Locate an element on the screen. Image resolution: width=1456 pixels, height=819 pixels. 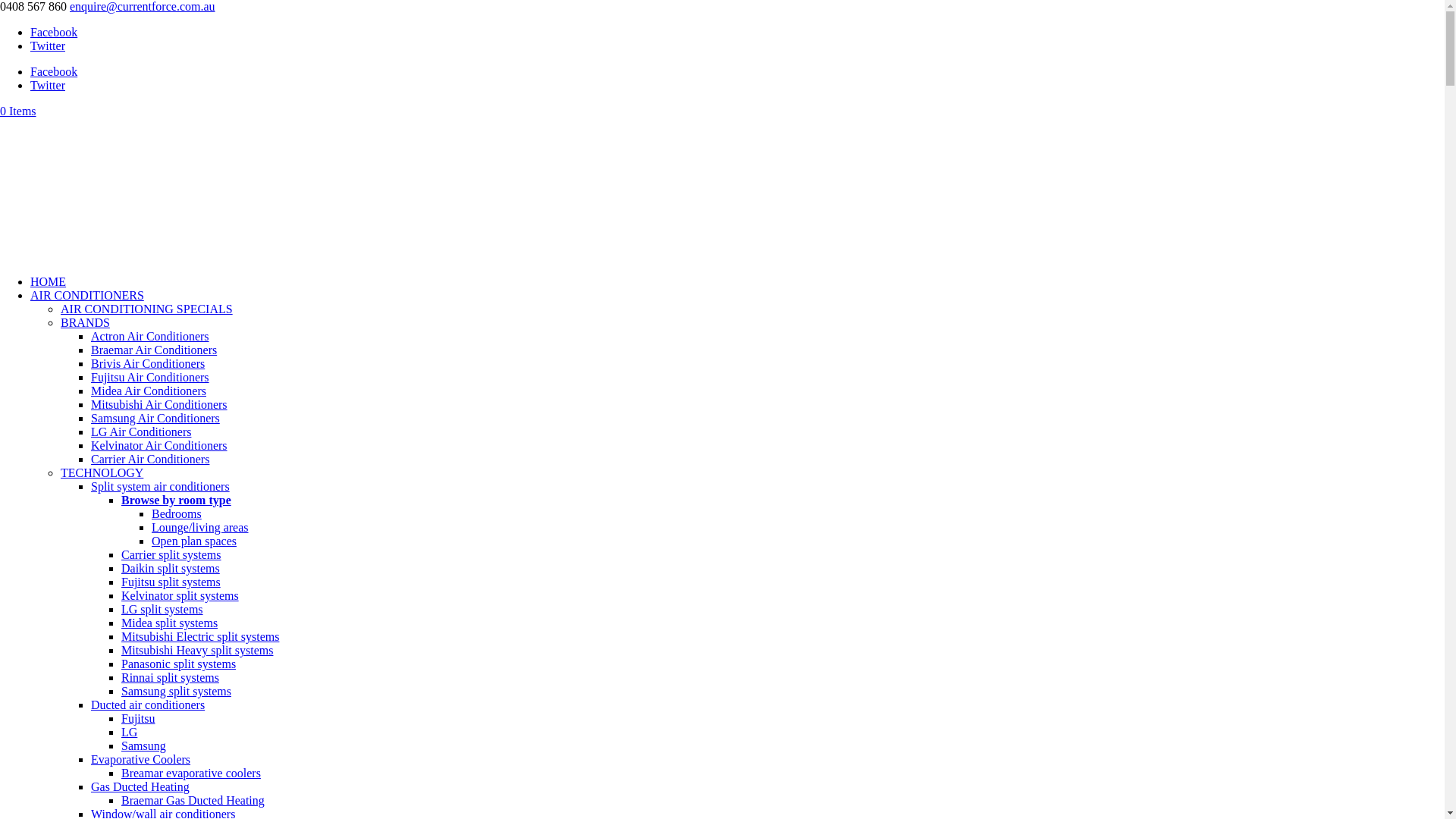
'Fujitsu Air Conditioners' is located at coordinates (90, 376).